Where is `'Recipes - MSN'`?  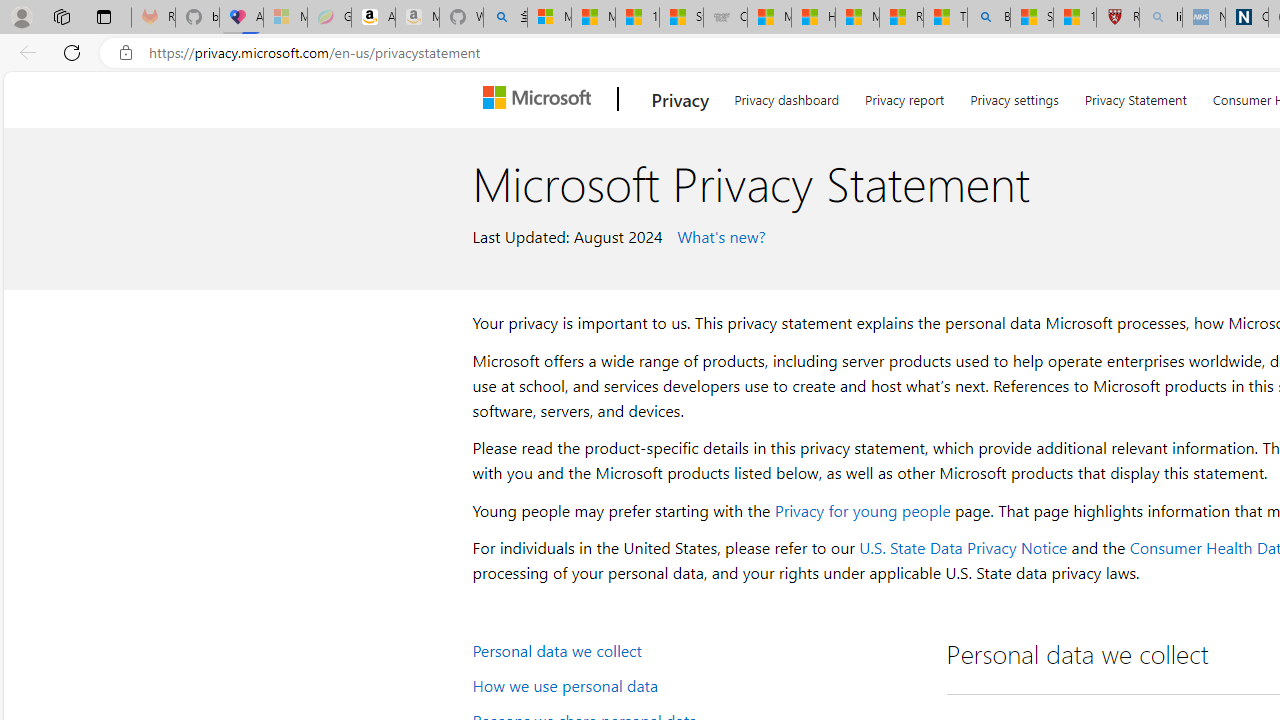 'Recipes - MSN' is located at coordinates (900, 17).